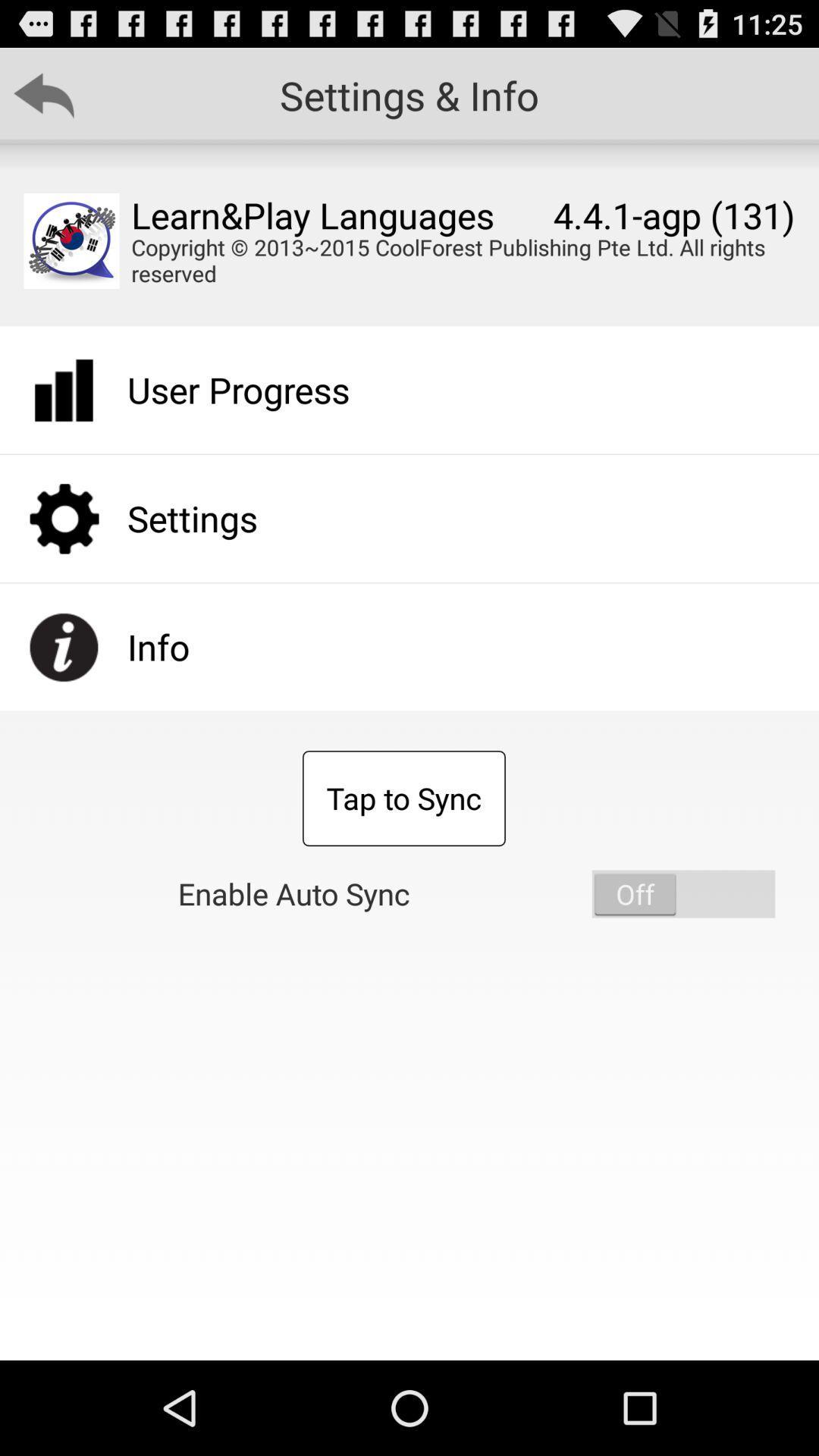 This screenshot has height=1456, width=819. Describe the element at coordinates (238, 390) in the screenshot. I see `the icon above the settings icon` at that location.